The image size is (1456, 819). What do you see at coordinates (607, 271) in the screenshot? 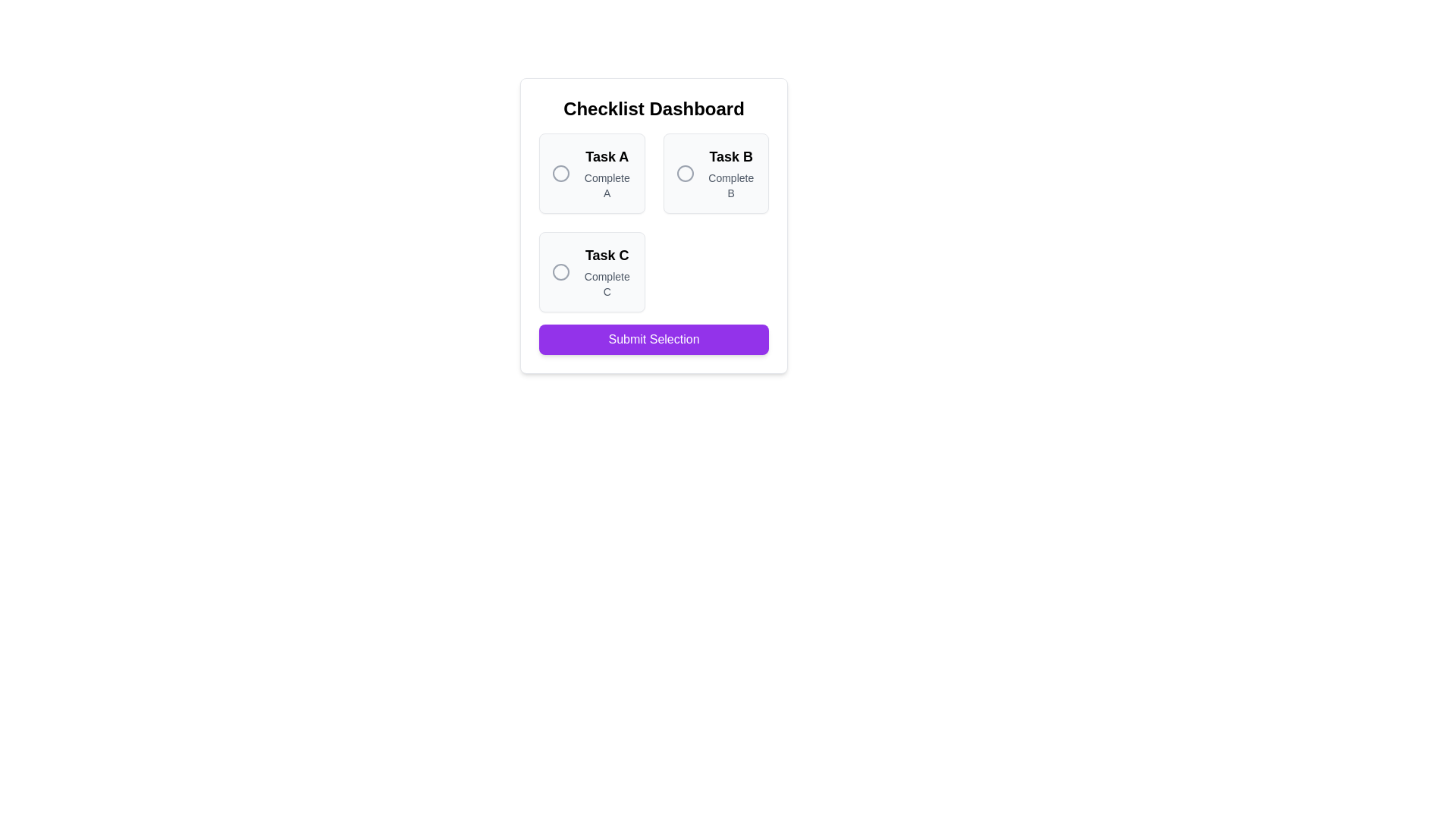
I see `the Text label that displays 'Task C' in bold font and 'Complete C' in light gray font, located in the bottom-left area of the checklist dashboard` at bounding box center [607, 271].